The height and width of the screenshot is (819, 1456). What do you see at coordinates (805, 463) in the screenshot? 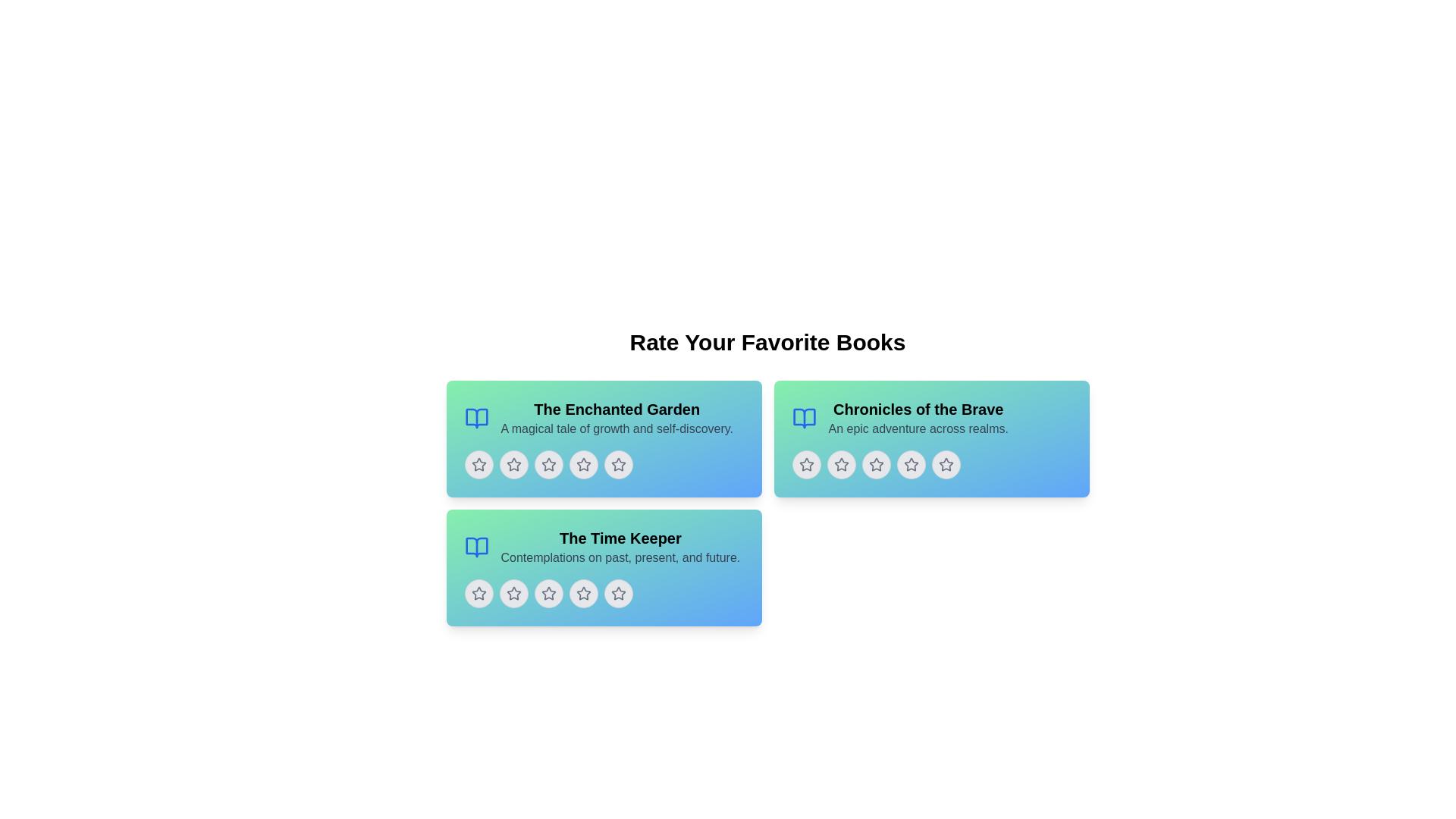
I see `the third star icon in the rating row of the 'Chronicles of the Brave' card` at bounding box center [805, 463].